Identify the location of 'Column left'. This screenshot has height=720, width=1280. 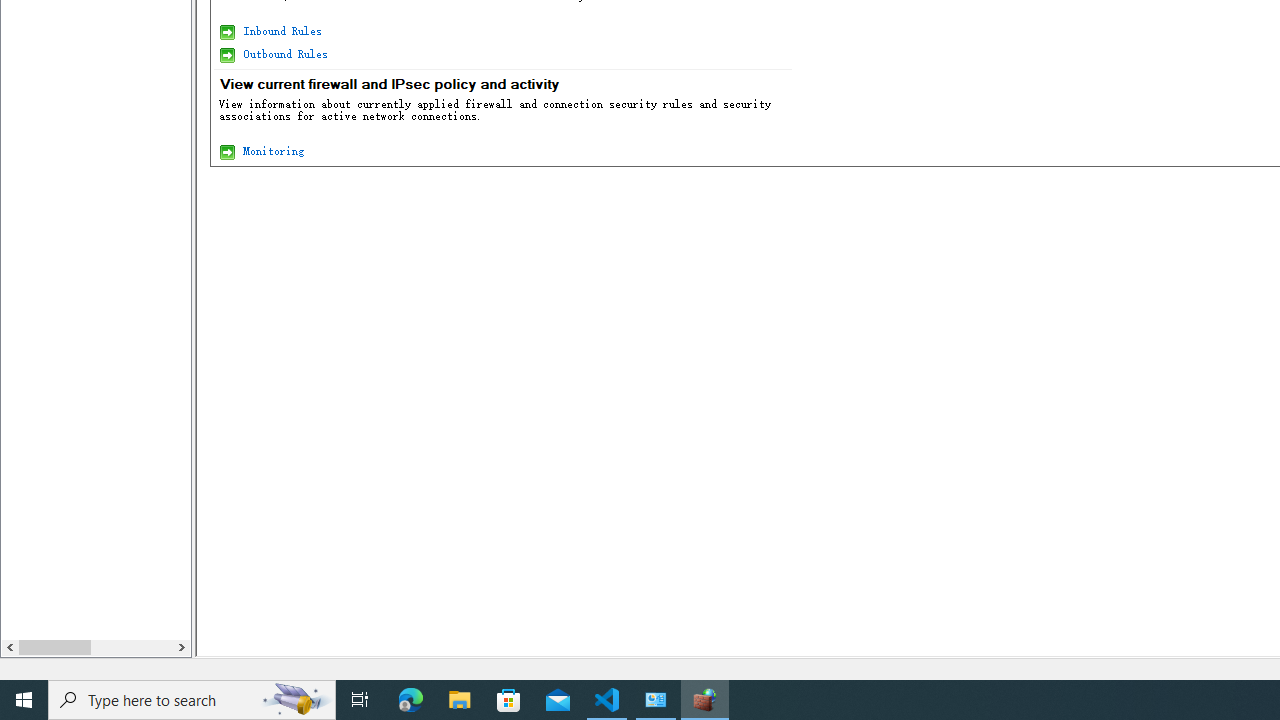
(10, 647).